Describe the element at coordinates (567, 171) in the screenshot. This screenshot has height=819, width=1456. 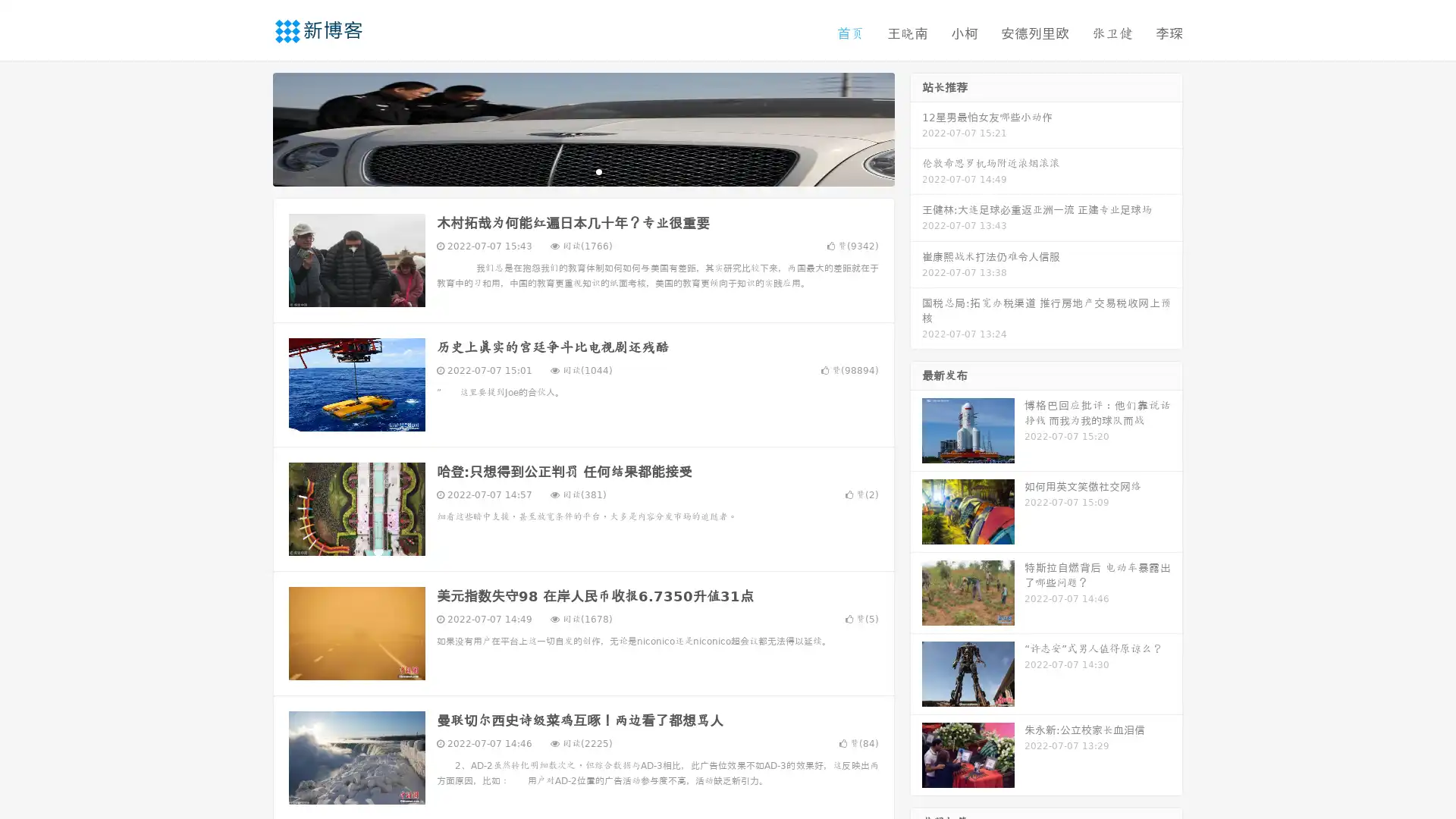
I see `Go to slide 1` at that location.